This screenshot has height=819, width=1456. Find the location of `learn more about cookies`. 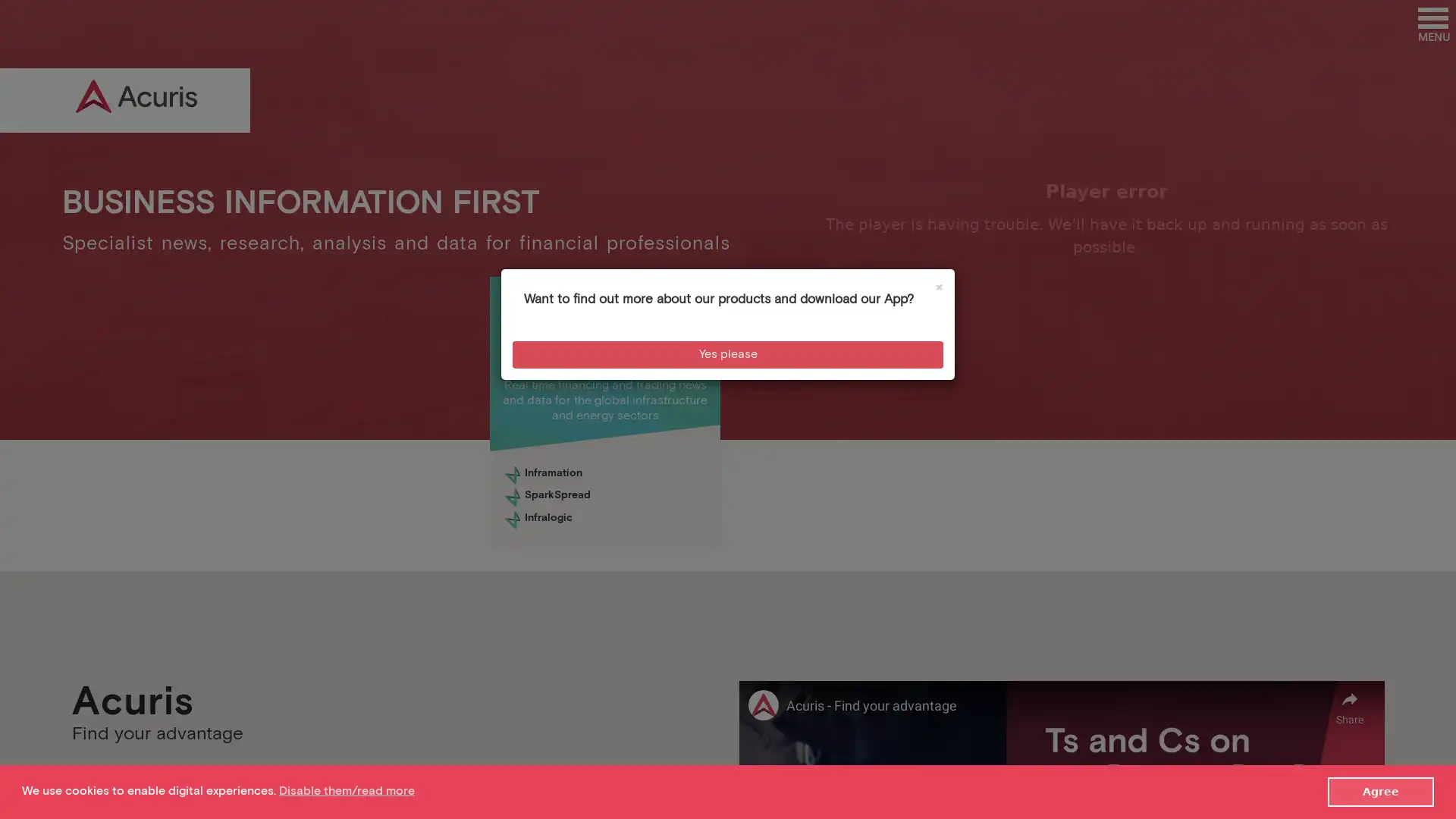

learn more about cookies is located at coordinates (345, 790).